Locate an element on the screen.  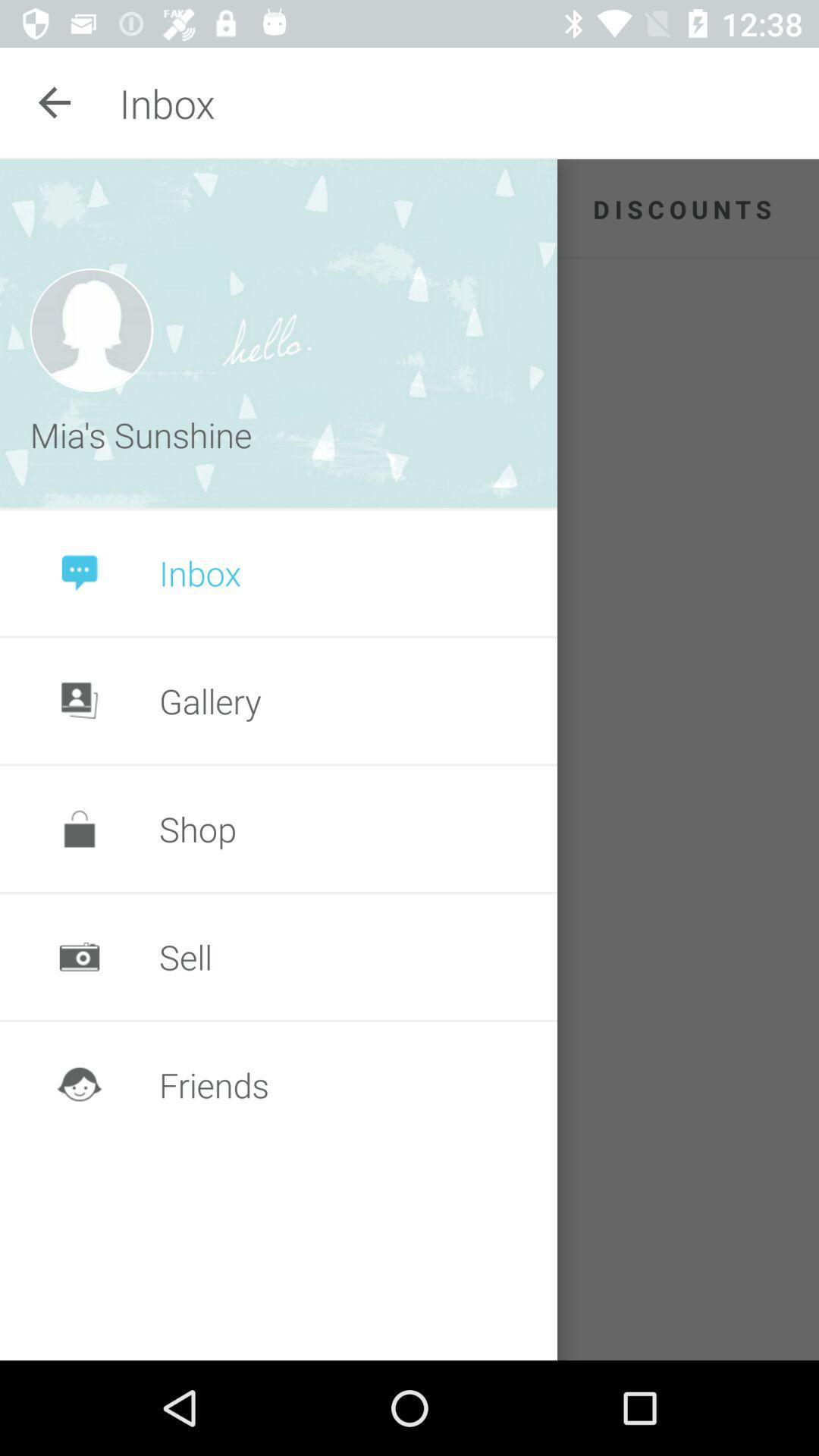
the item to the left of the inbox is located at coordinates (55, 102).